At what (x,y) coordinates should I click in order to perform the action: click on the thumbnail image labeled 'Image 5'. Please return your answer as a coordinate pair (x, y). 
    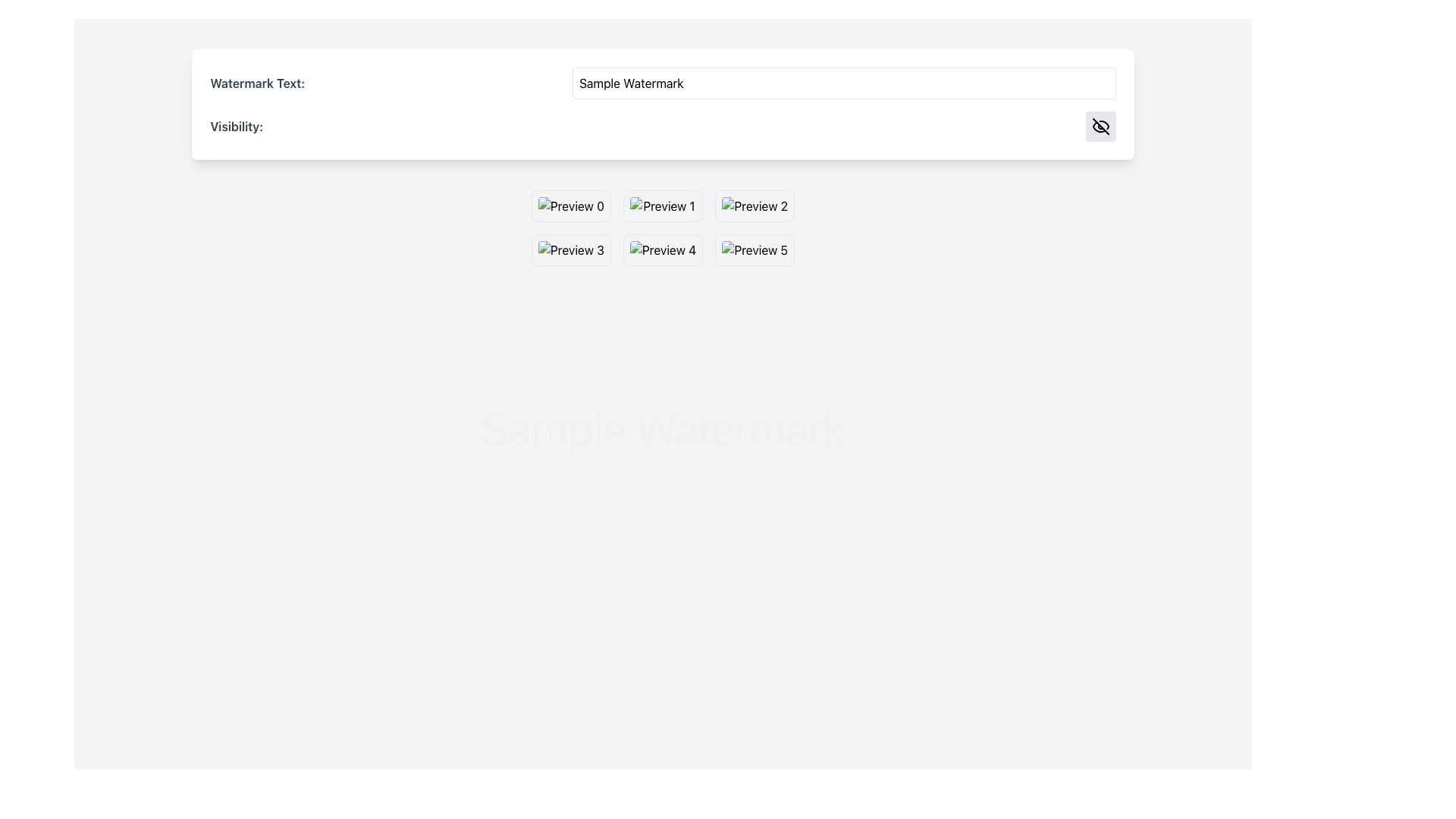
    Looking at the image, I should click on (663, 249).